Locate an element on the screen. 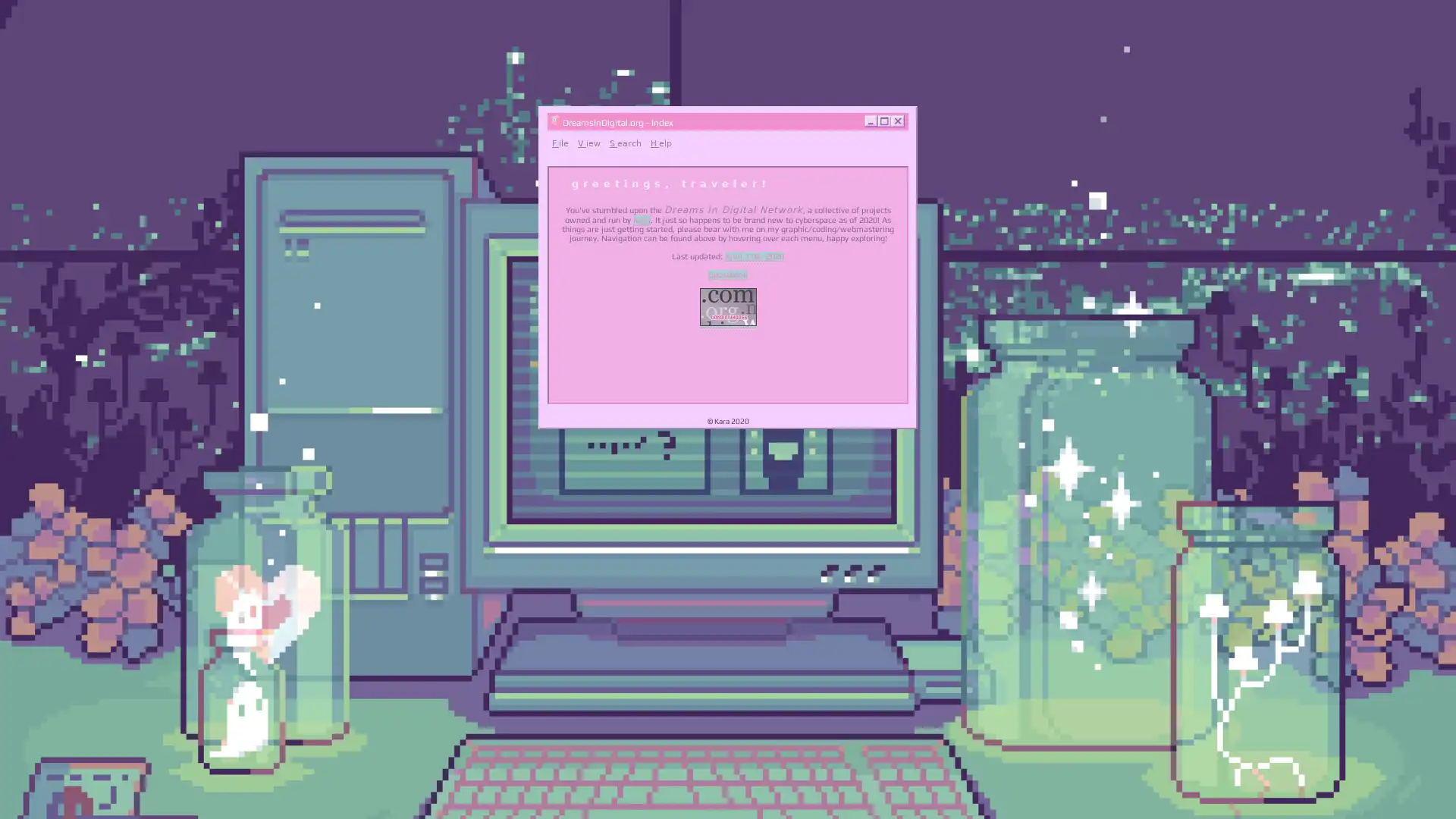 This screenshot has height=819, width=1456. Search is located at coordinates (626, 143).